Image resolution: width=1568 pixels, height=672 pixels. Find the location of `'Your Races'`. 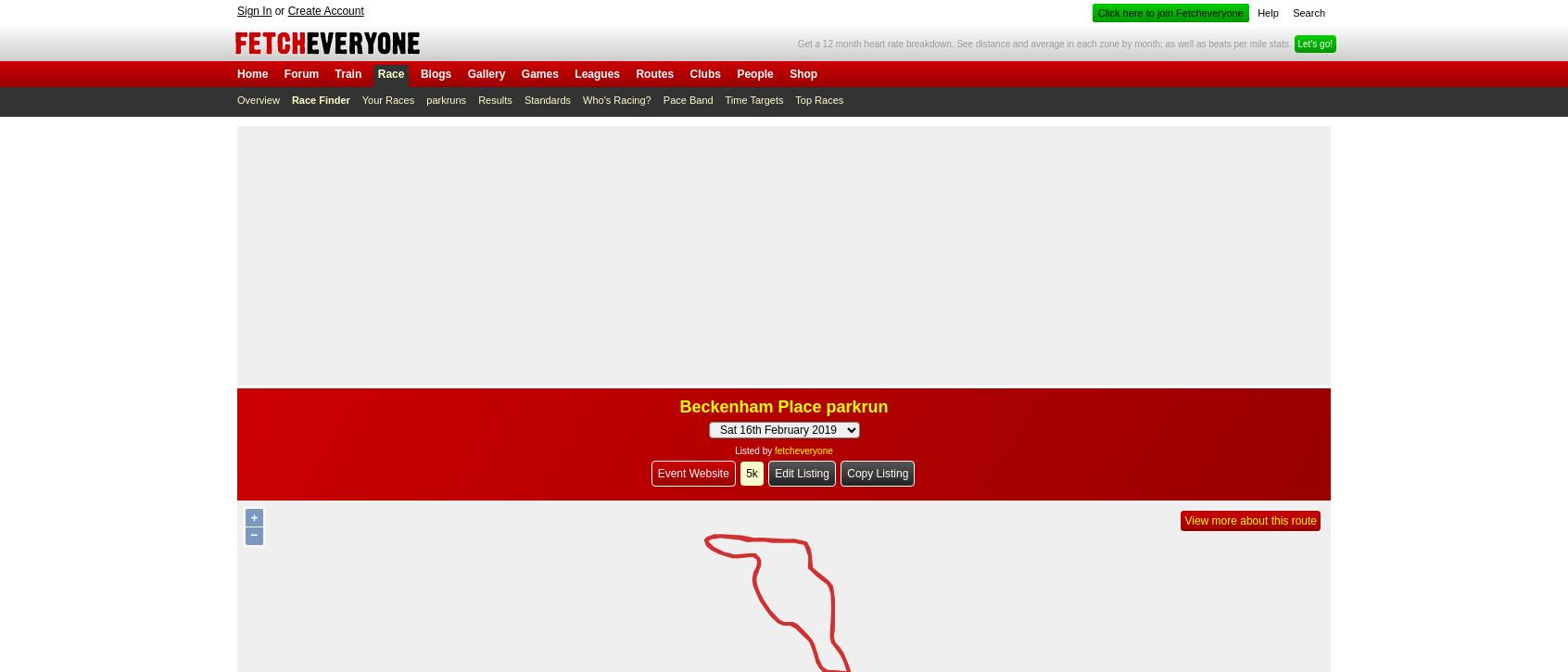

'Your Races' is located at coordinates (387, 100).